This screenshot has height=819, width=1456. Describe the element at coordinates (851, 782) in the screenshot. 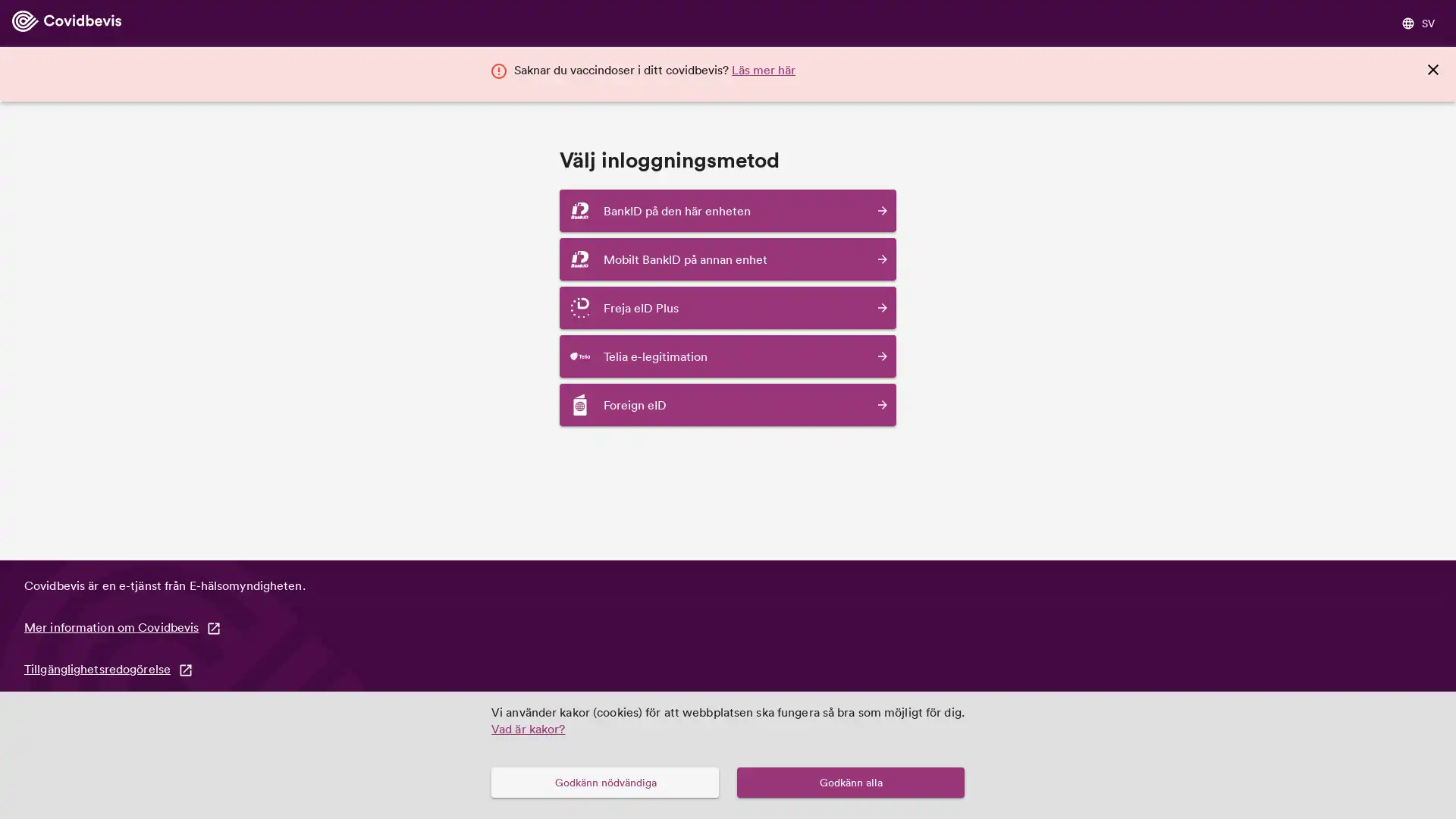

I see `Godkann alla` at that location.